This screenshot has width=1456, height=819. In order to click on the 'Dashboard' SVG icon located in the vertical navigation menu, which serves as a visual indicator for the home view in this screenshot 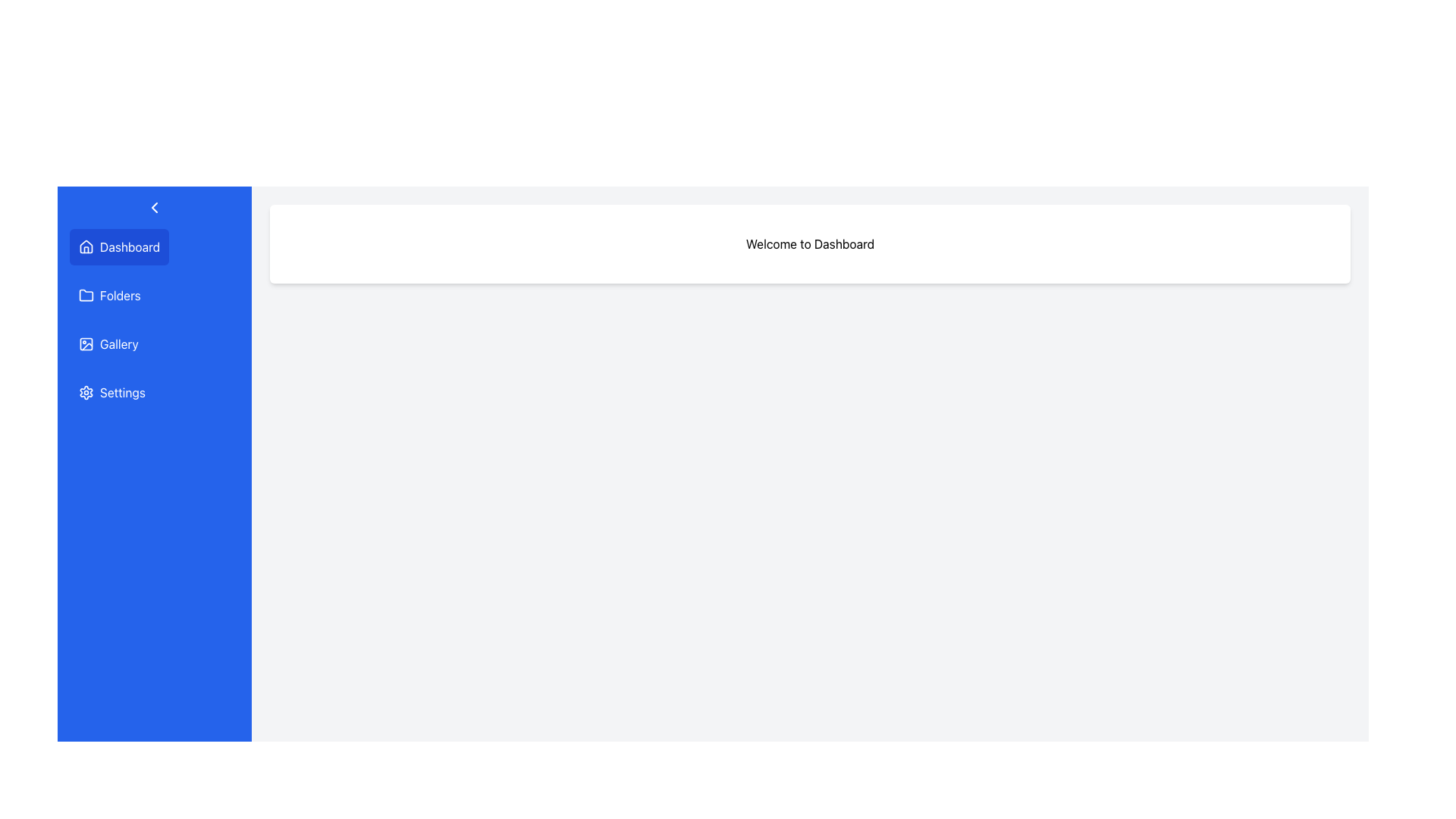, I will do `click(86, 246)`.